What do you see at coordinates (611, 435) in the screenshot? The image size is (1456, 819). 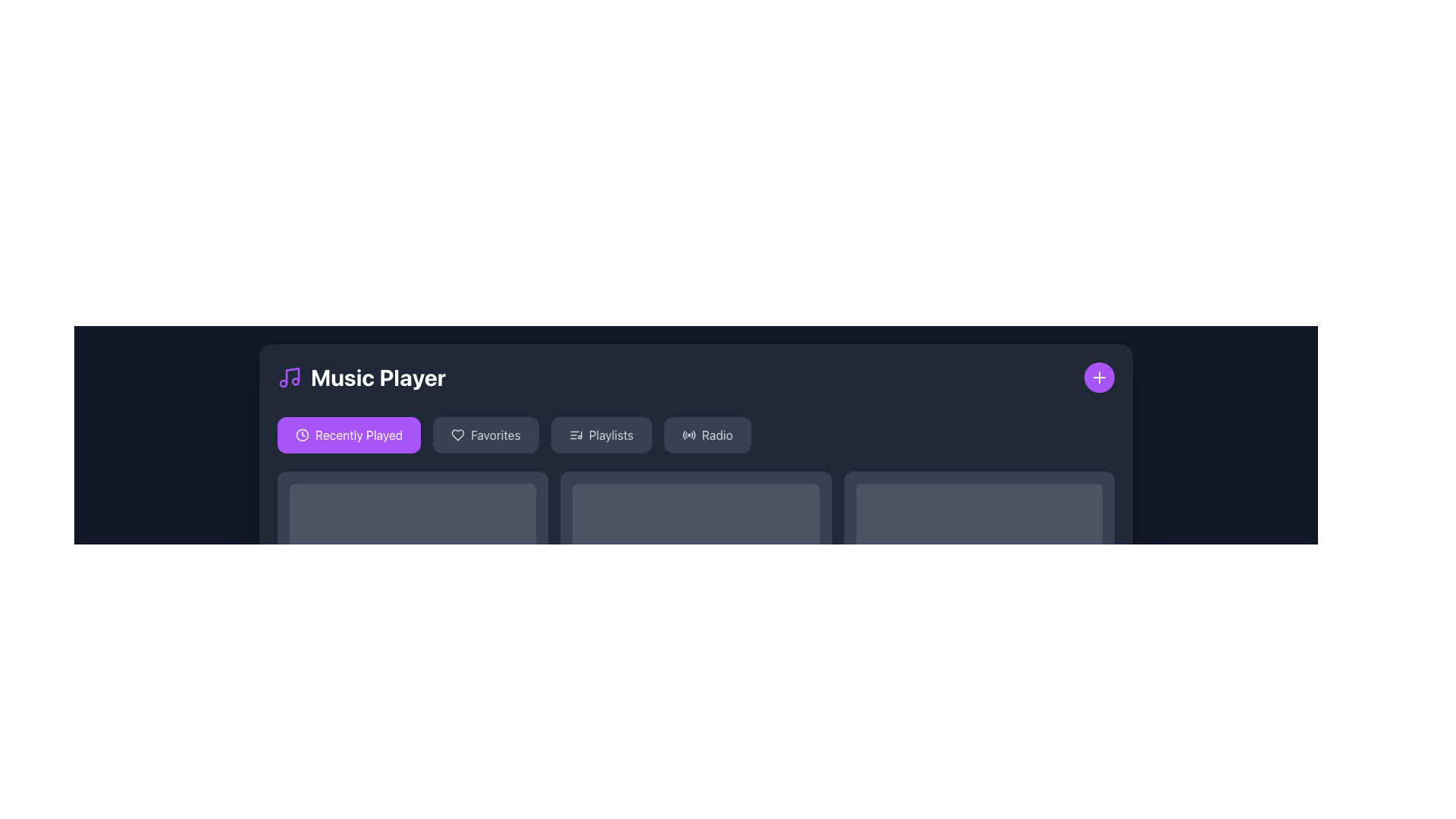 I see `the 'Playlists' text label within the button located in the menu bar of the Music Player, which is styled in light gray and positioned third among four options` at bounding box center [611, 435].